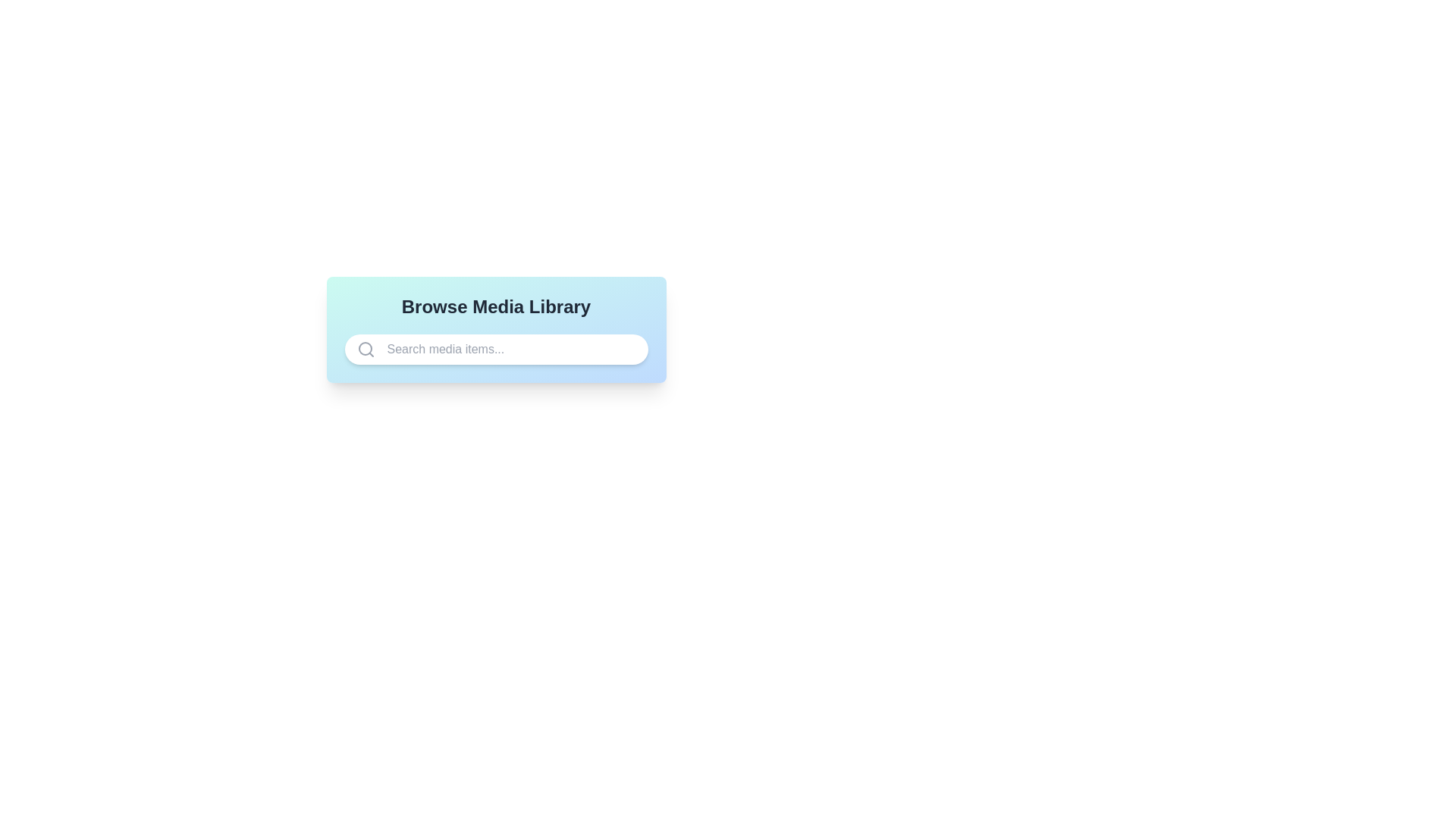  What do you see at coordinates (366, 350) in the screenshot?
I see `the small gray magnifying glass icon, which is positioned to the left of the text input field, to trigger a tooltip or effect` at bounding box center [366, 350].